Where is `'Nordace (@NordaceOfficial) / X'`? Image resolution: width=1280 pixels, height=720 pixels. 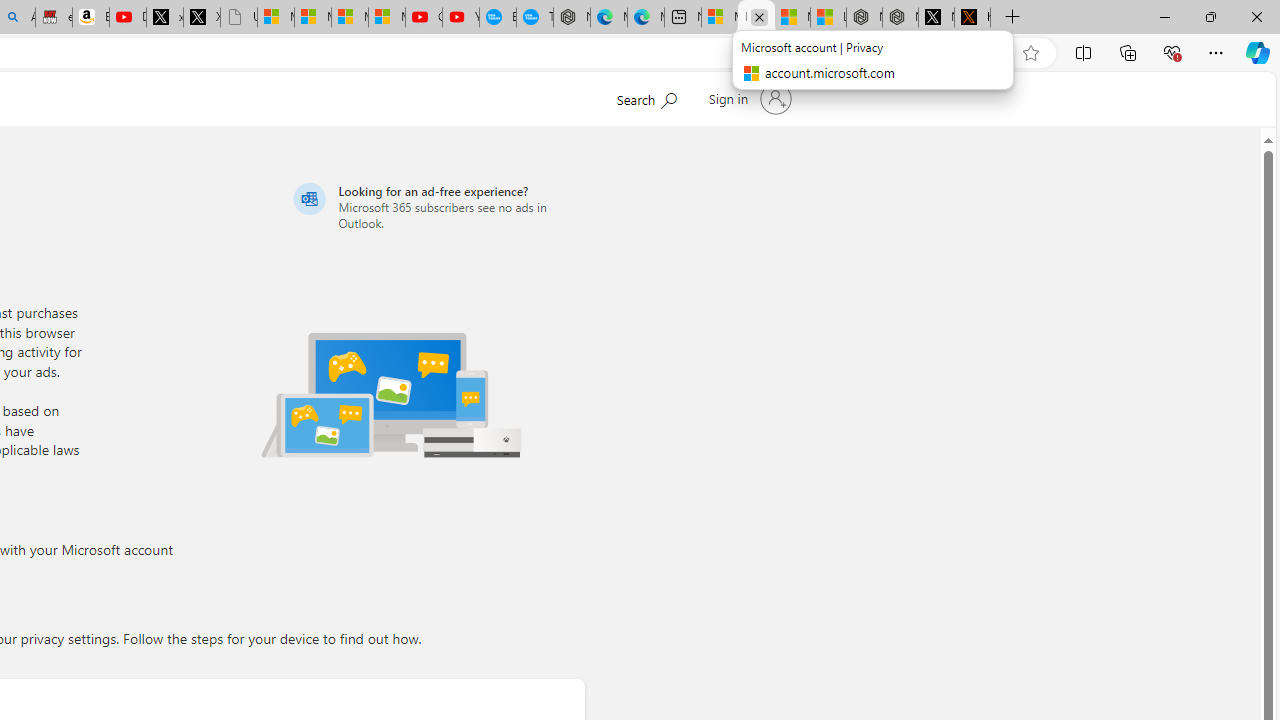 'Nordace (@NordaceOfficial) / X' is located at coordinates (935, 17).